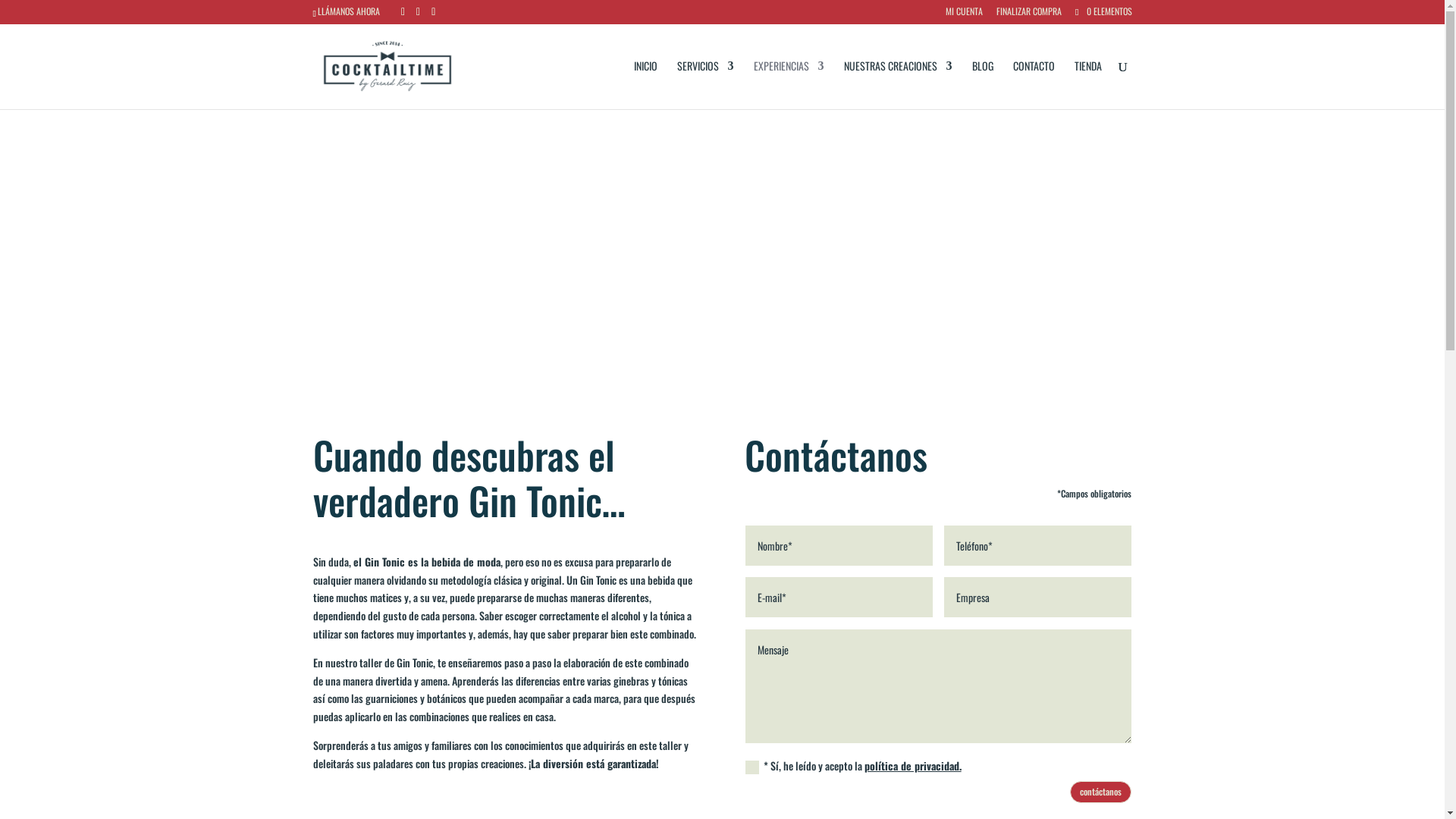  I want to click on 'BLOG', so click(971, 84).